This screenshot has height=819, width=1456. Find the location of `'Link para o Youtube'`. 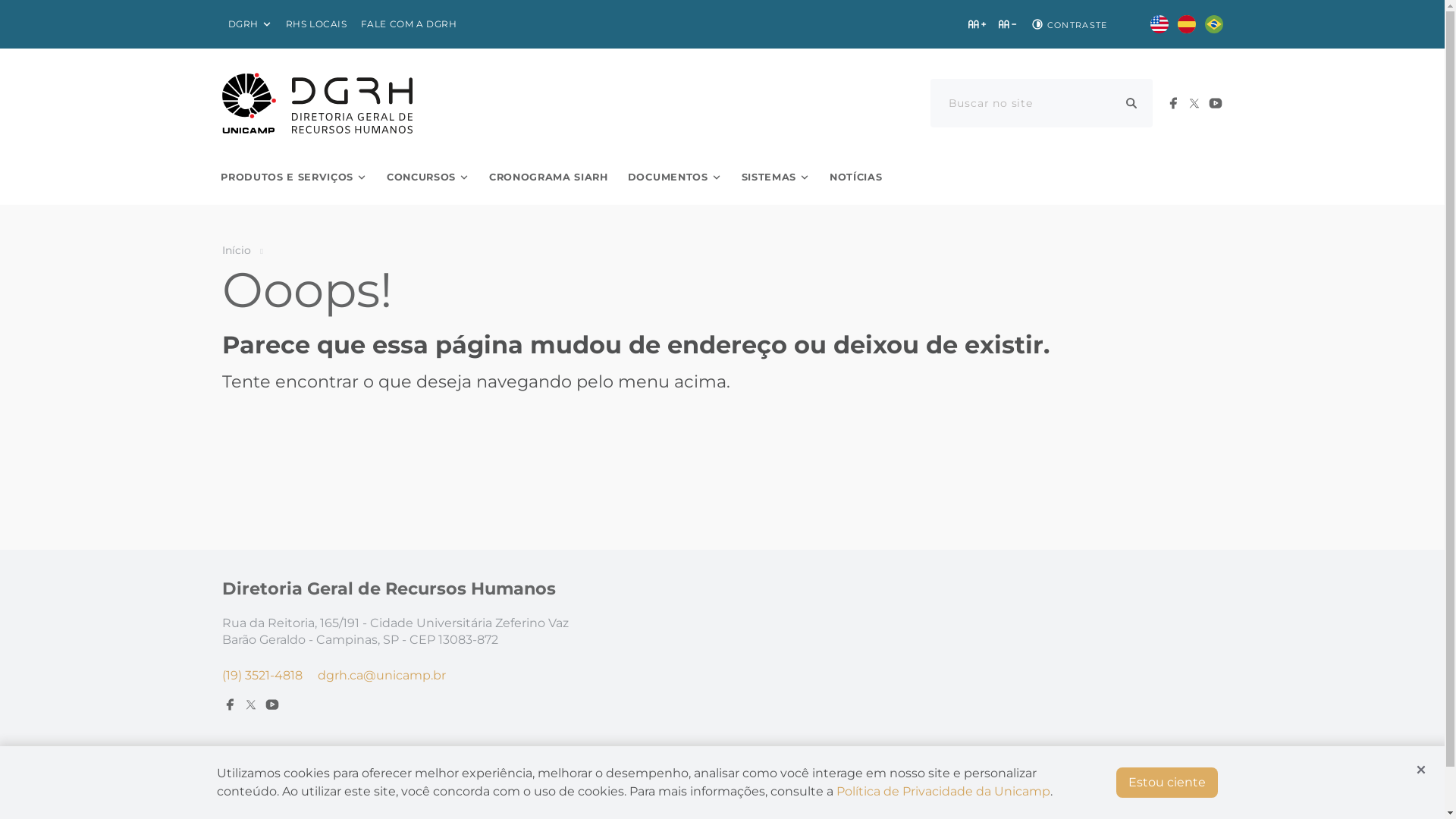

'Link para o Youtube' is located at coordinates (271, 704).